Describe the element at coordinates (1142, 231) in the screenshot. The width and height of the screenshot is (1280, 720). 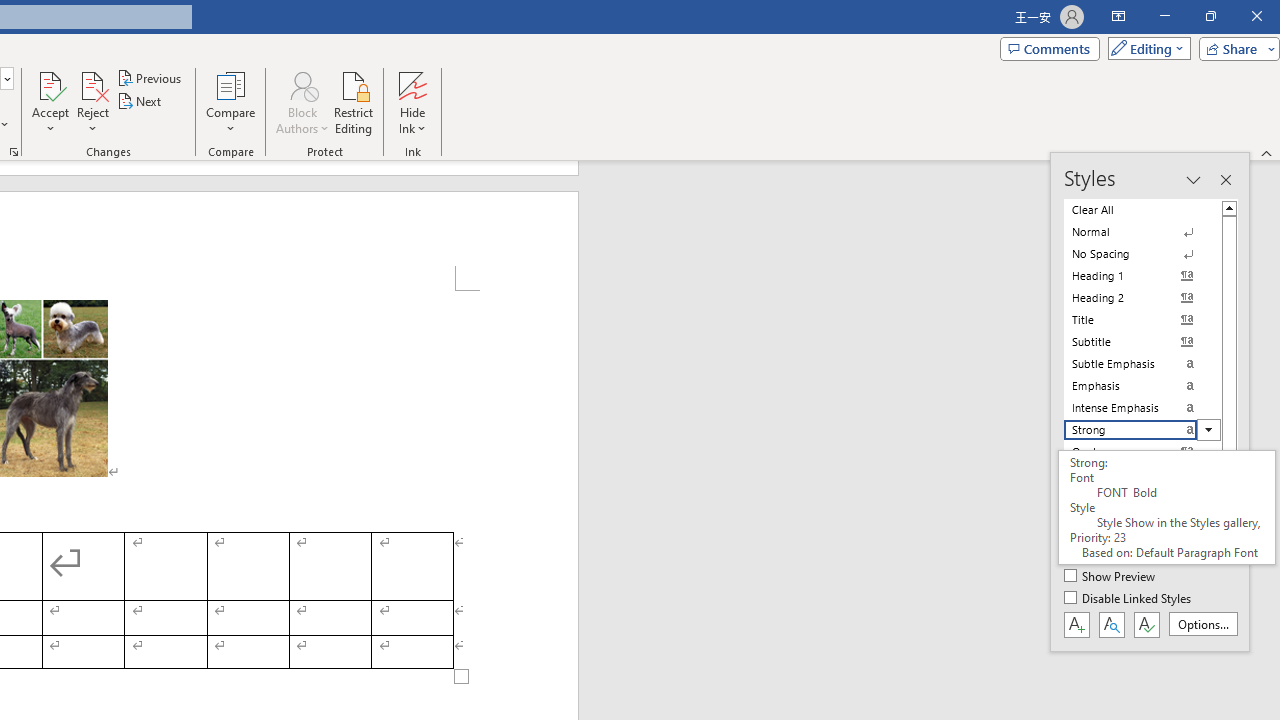
I see `'Normal'` at that location.